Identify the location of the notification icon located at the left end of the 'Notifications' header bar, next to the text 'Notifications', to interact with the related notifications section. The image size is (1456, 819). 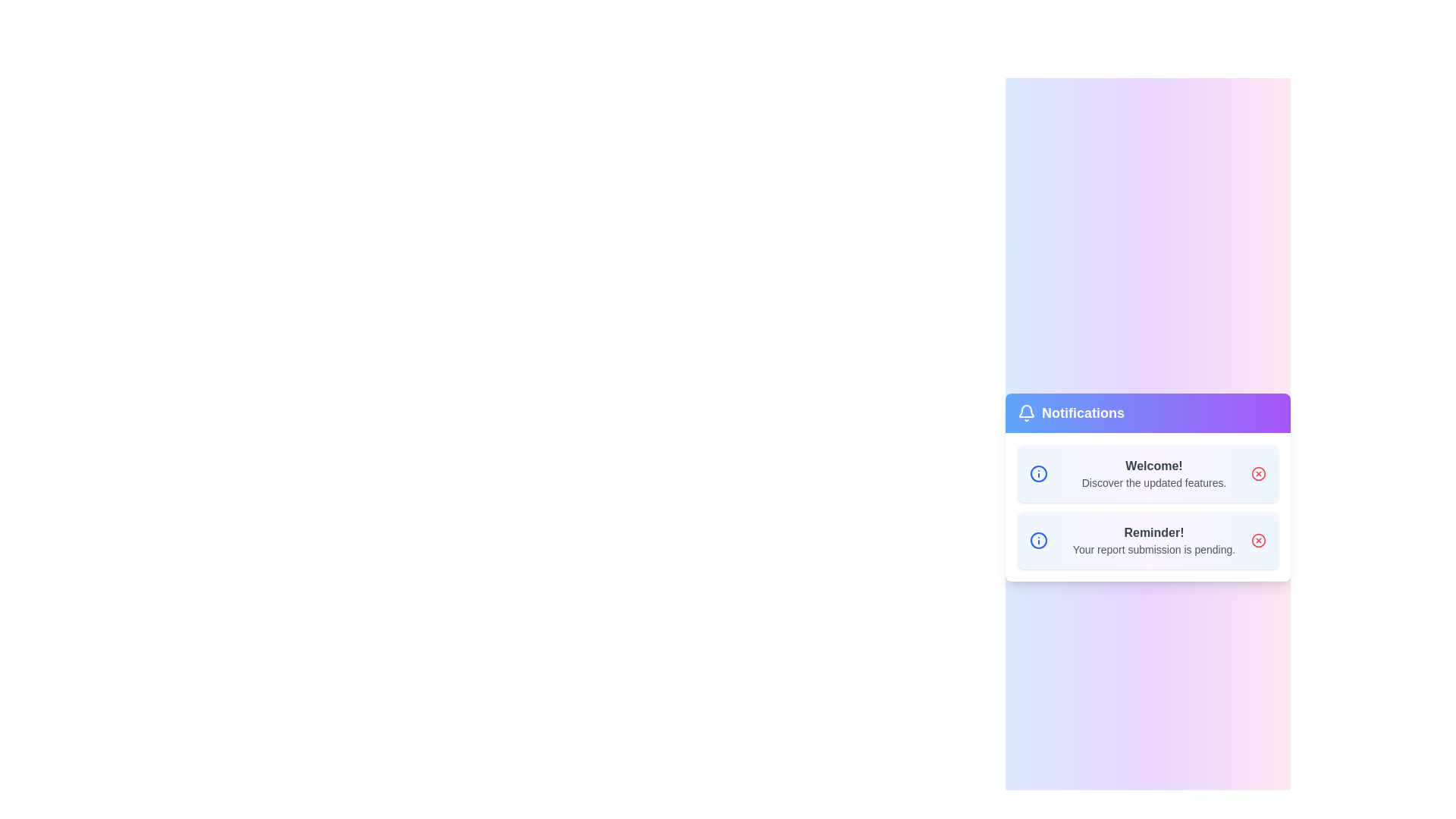
(1026, 413).